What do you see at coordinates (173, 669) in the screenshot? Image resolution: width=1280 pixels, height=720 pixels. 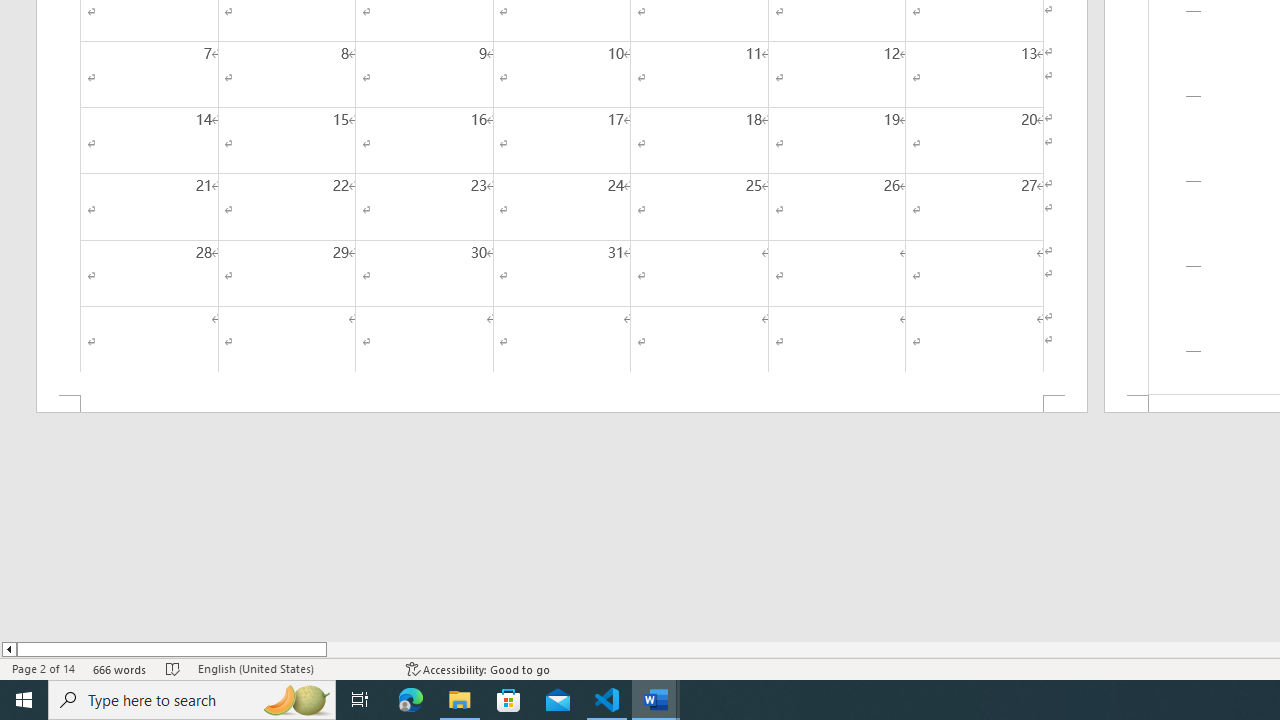 I see `'Spelling and Grammar Check No Errors'` at bounding box center [173, 669].